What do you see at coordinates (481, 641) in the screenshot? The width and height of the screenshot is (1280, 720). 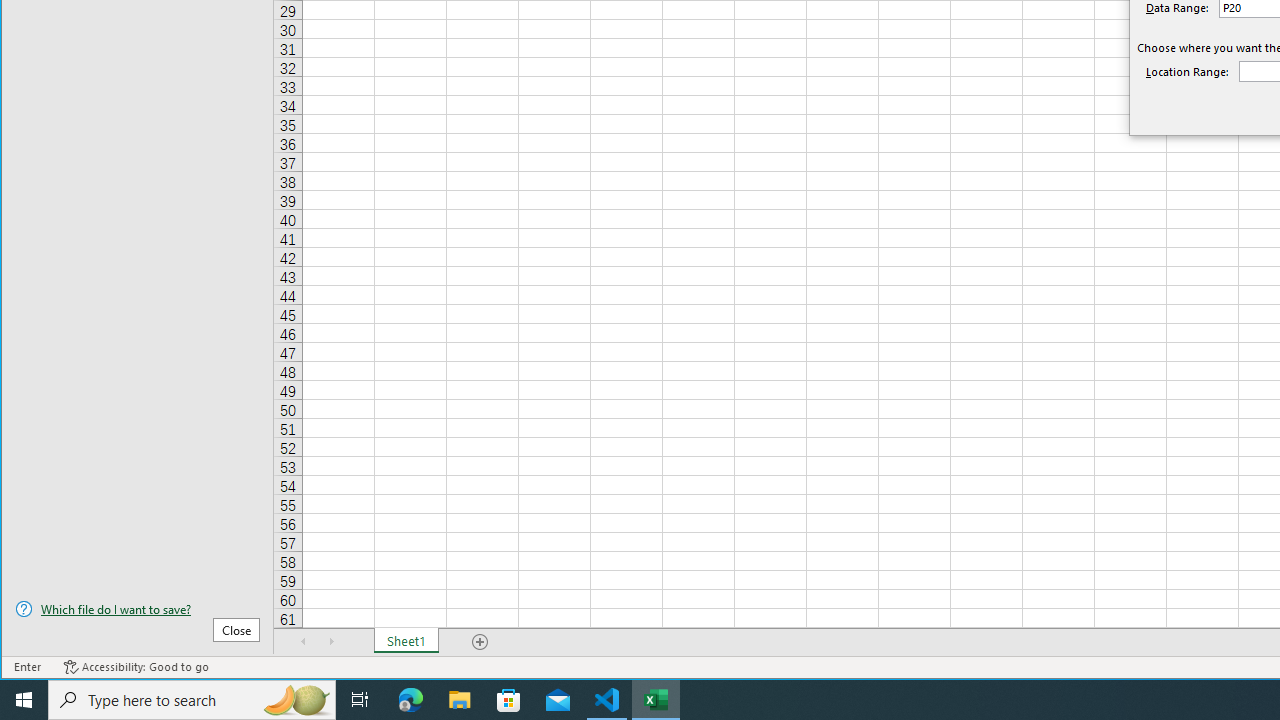 I see `'Add Sheet'` at bounding box center [481, 641].